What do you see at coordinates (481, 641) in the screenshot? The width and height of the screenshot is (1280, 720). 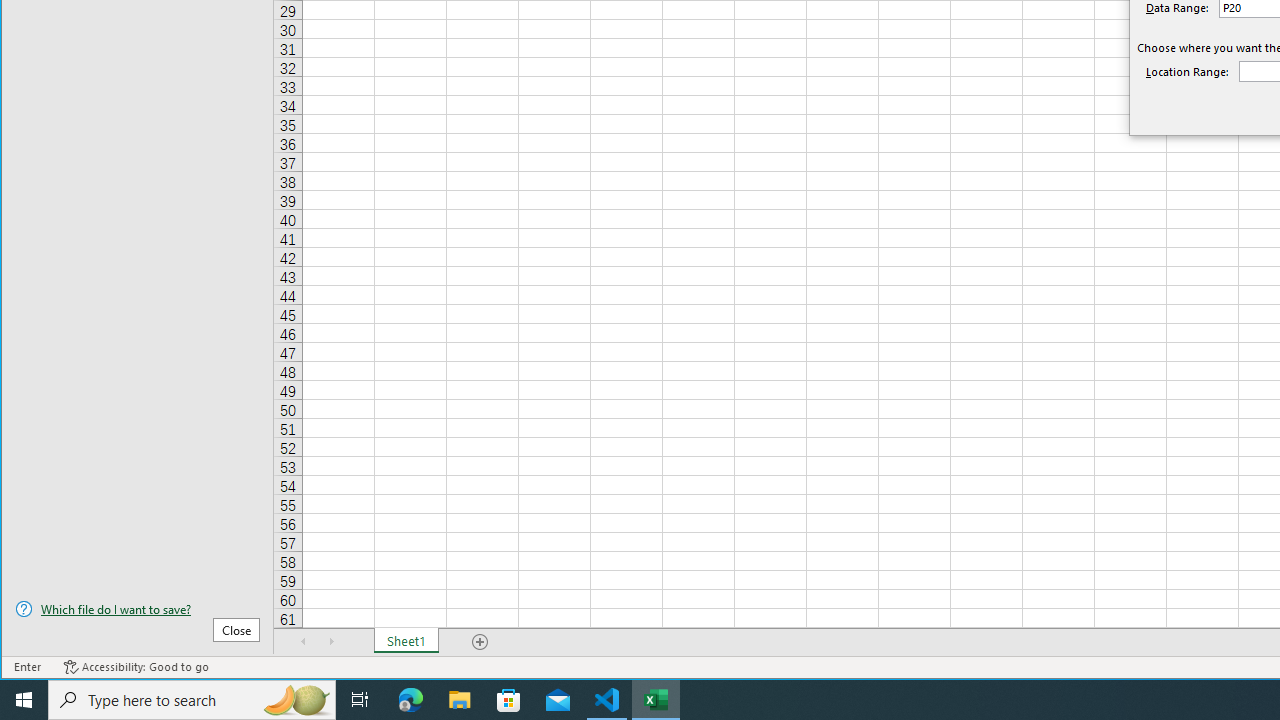 I see `'Add Sheet'` at bounding box center [481, 641].